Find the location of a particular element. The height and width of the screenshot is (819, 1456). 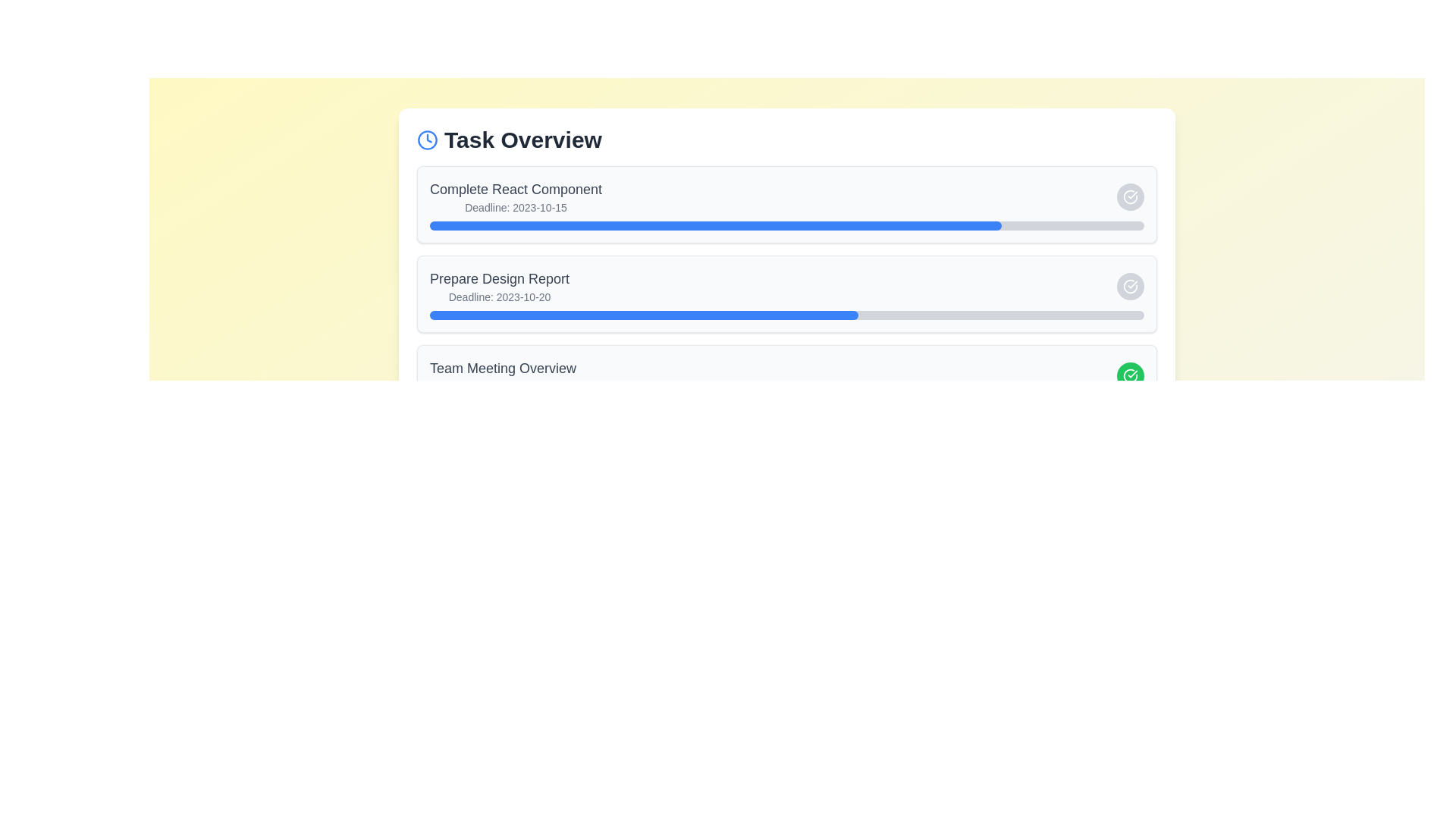

the status icon within the circular button for the 'Prepare Design Report' task is located at coordinates (1131, 196).